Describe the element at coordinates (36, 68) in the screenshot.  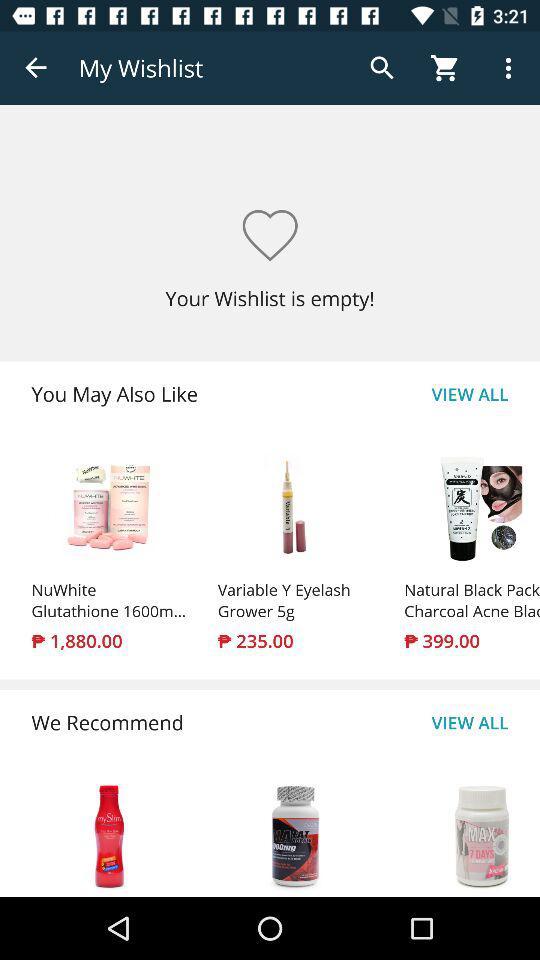
I see `previous` at that location.